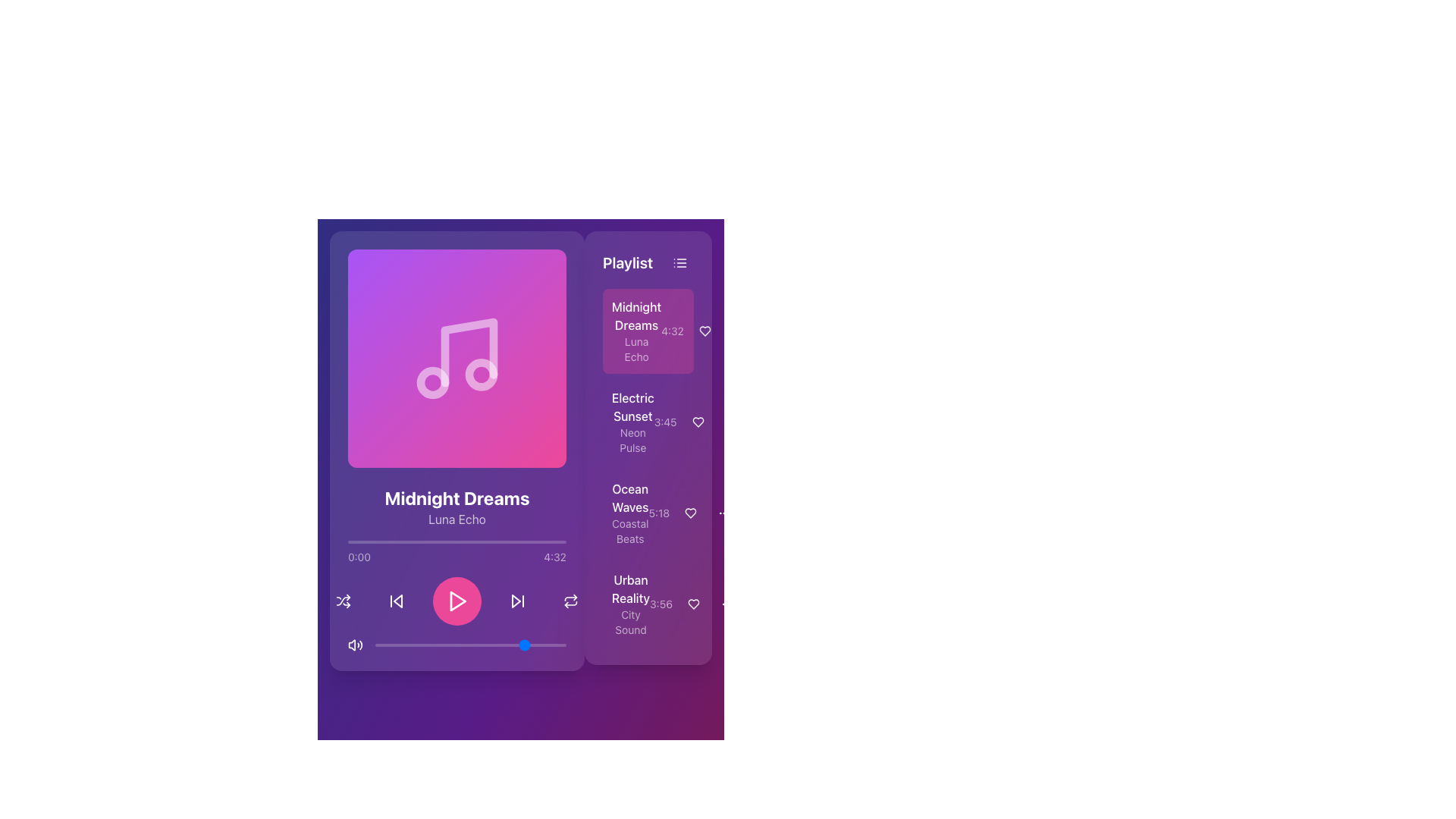 The width and height of the screenshot is (1456, 819). What do you see at coordinates (457, 601) in the screenshot?
I see `the play button icon, which is a triangular shape pointing to the right, enclosed in a circular button with a pink background, located centrally within the button controls section of the media player interface` at bounding box center [457, 601].